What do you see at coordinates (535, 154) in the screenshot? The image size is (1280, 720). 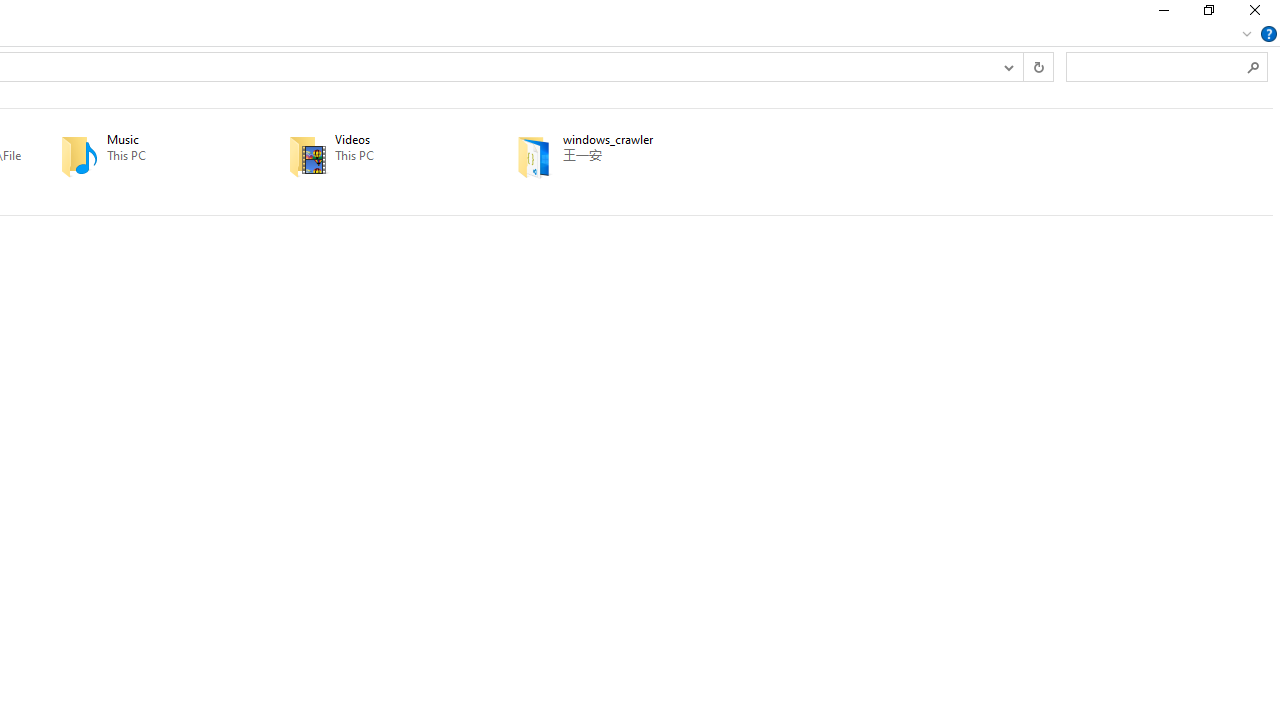 I see `'Class: UIImage'` at bounding box center [535, 154].